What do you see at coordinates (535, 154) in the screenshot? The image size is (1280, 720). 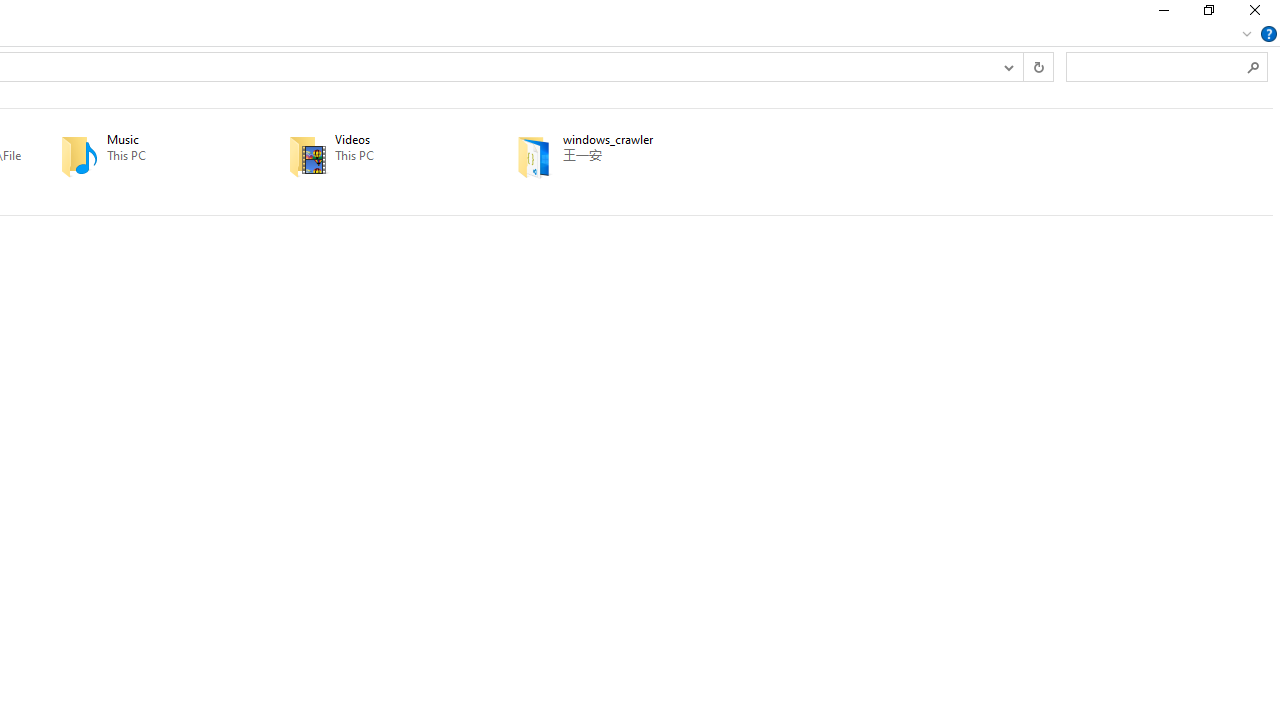 I see `'Class: UIImage'` at bounding box center [535, 154].